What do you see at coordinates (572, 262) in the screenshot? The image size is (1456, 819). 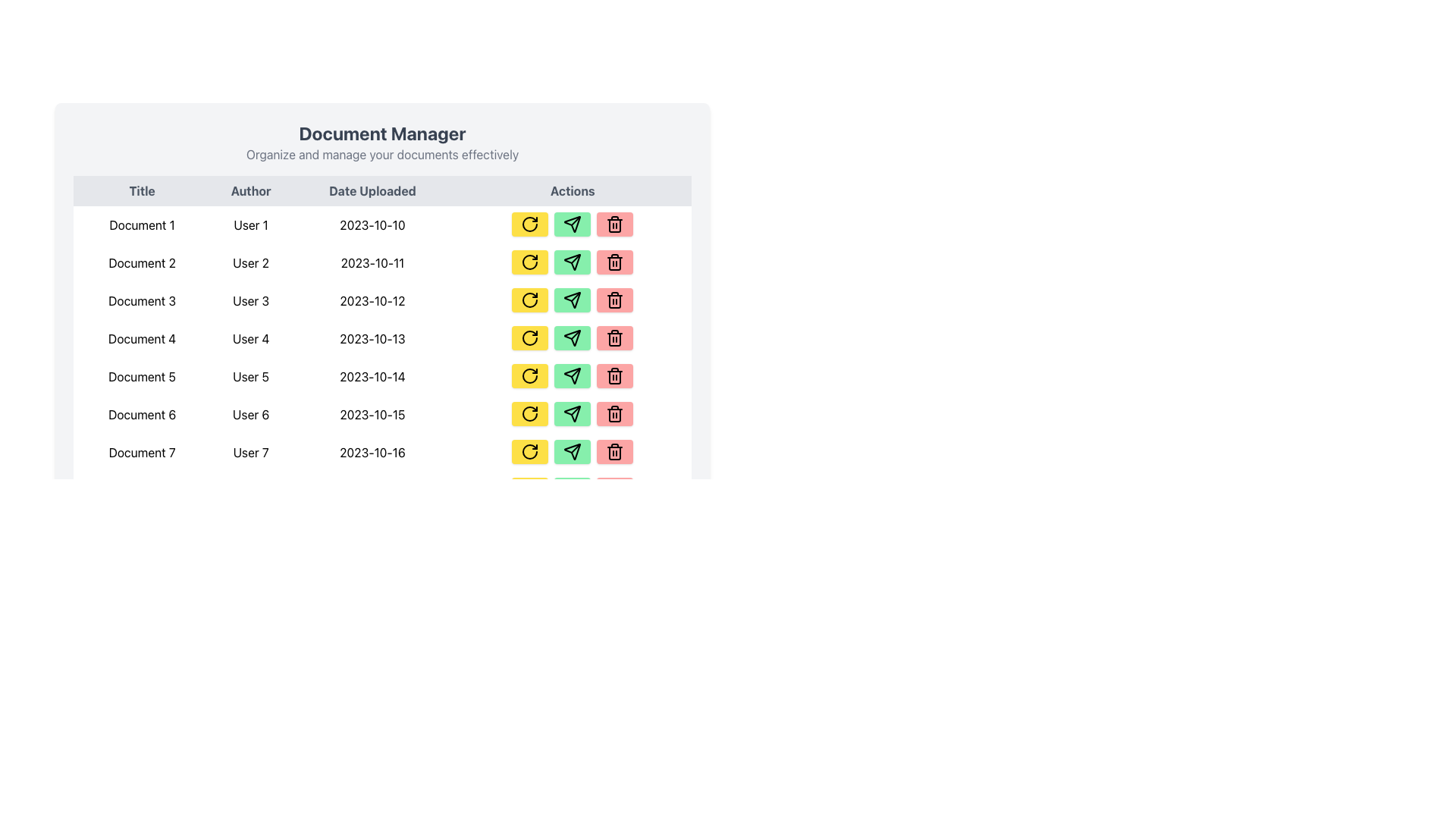 I see `the green 'Send' button, which has a rounded rectangle shape and a paper plane icon at its center, located in the 'Actions' column of the second row` at bounding box center [572, 262].